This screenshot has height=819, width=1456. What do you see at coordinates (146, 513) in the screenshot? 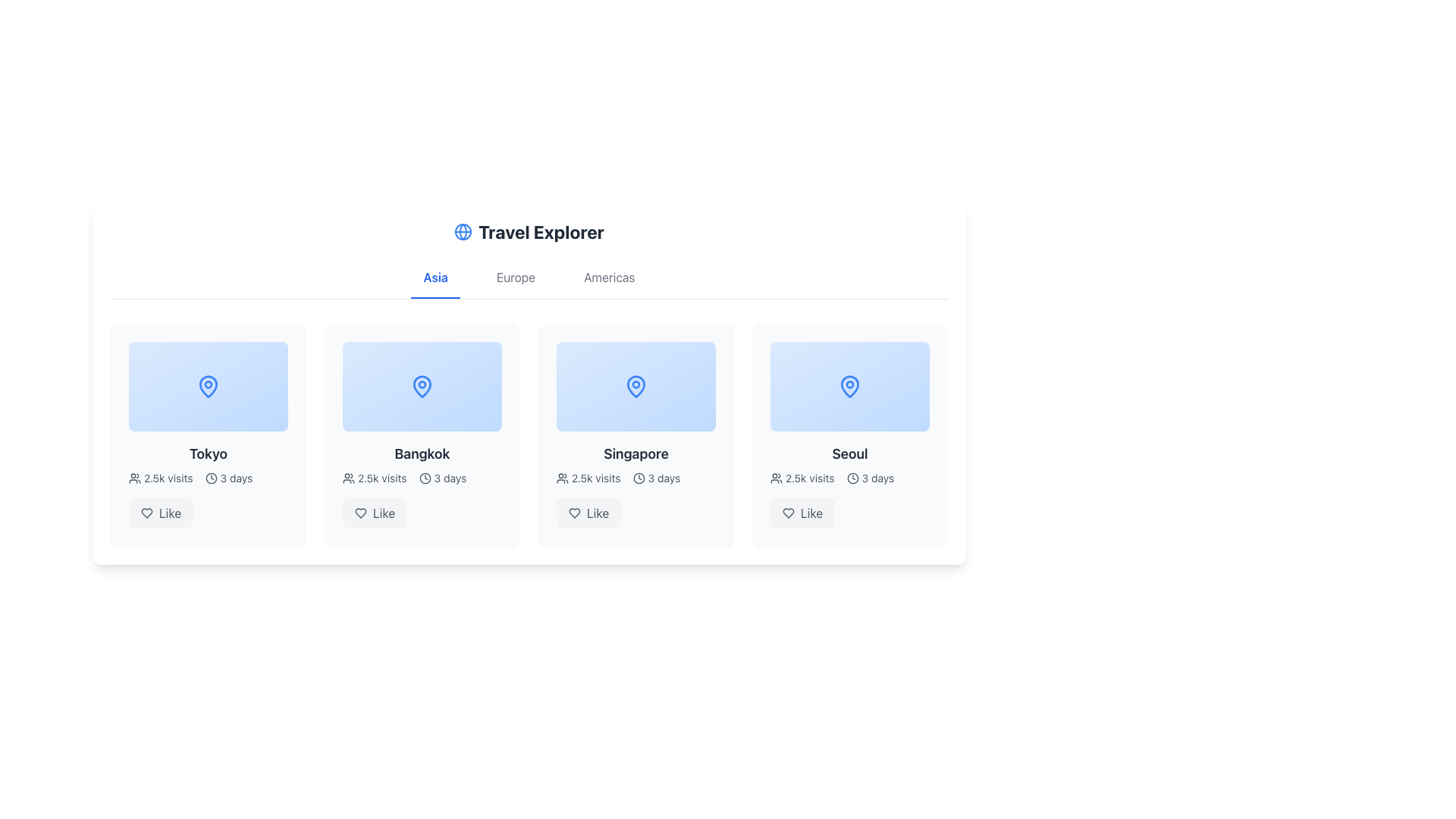
I see `the heart icon within the 'Like' button located below the 'Tokyo' card in the 'Asia' tab` at bounding box center [146, 513].